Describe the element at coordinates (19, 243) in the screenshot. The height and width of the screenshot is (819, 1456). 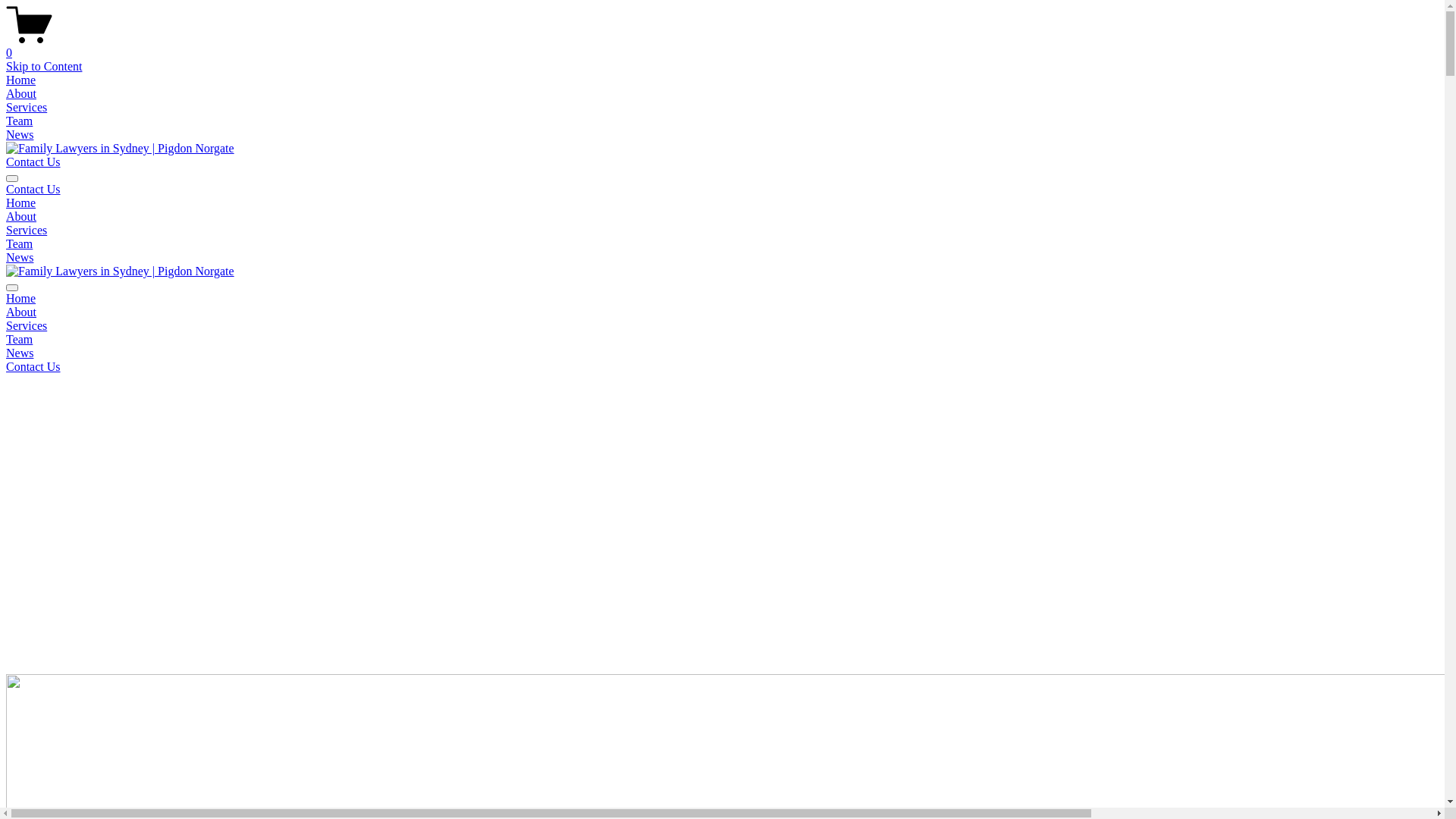
I see `'Team'` at that location.